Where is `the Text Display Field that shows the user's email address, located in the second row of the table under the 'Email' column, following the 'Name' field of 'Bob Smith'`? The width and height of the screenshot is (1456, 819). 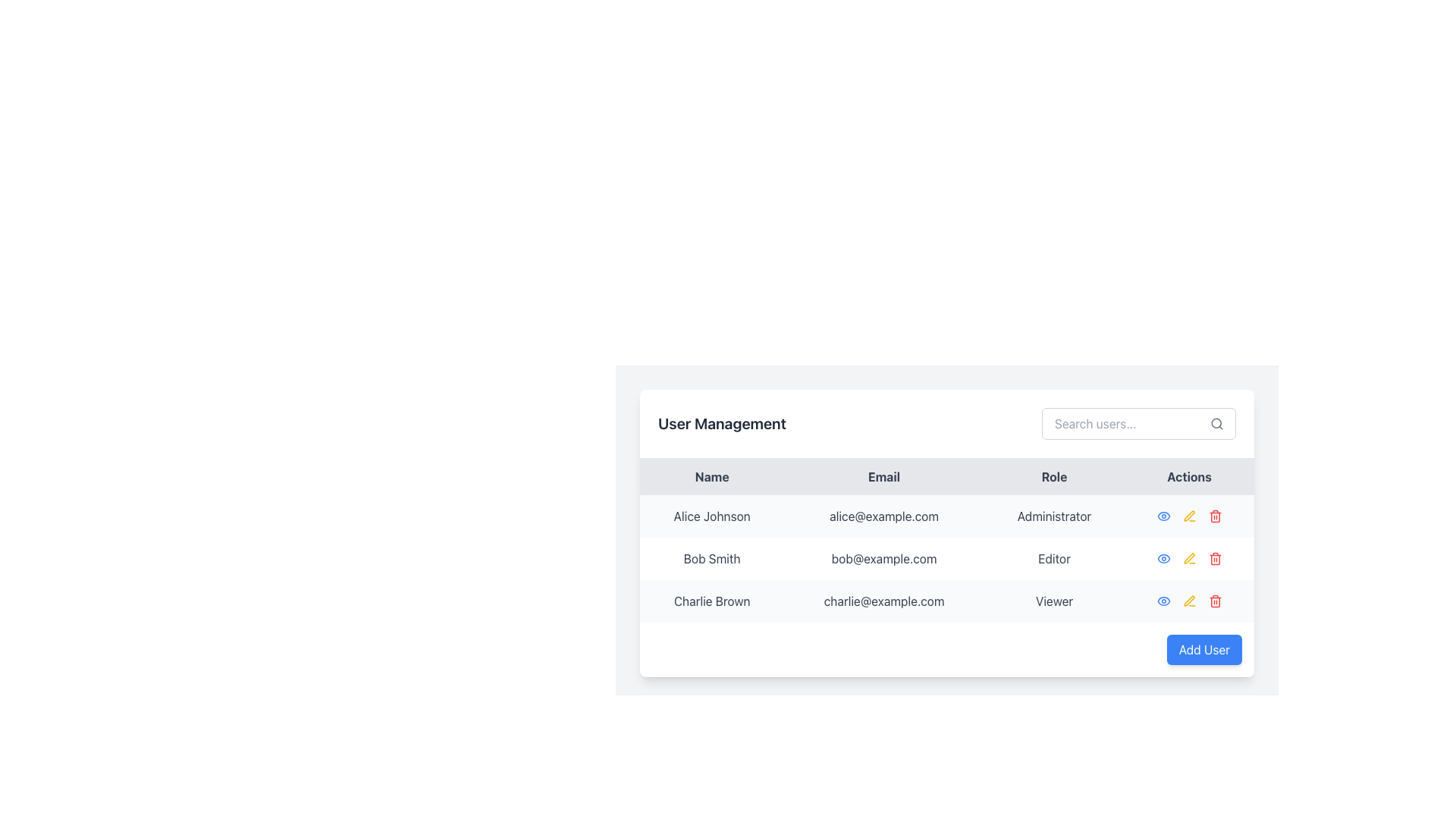 the Text Display Field that shows the user's email address, located in the second row of the table under the 'Email' column, following the 'Name' field of 'Bob Smith' is located at coordinates (884, 558).